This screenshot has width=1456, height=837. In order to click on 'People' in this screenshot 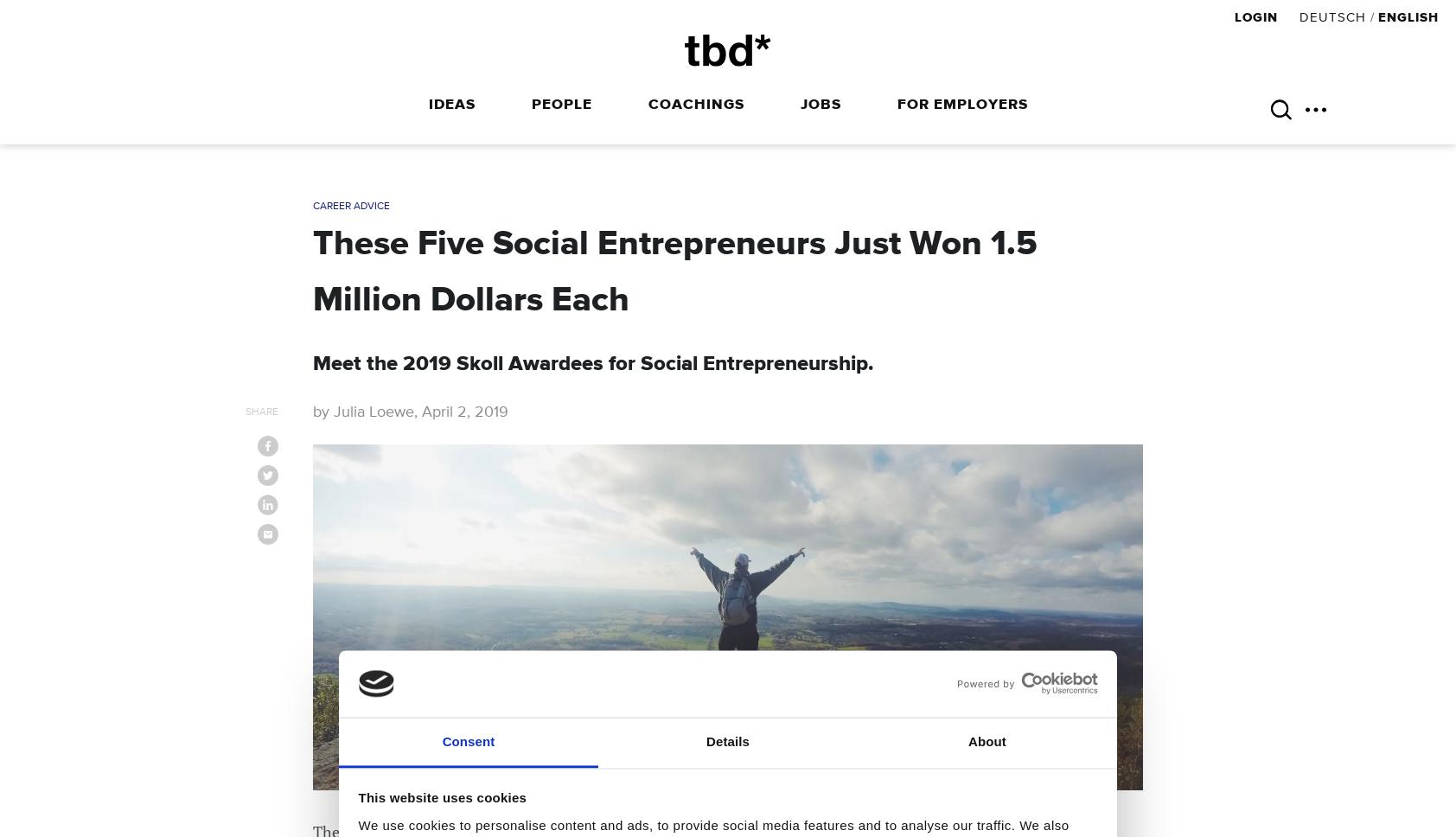, I will do `click(561, 105)`.